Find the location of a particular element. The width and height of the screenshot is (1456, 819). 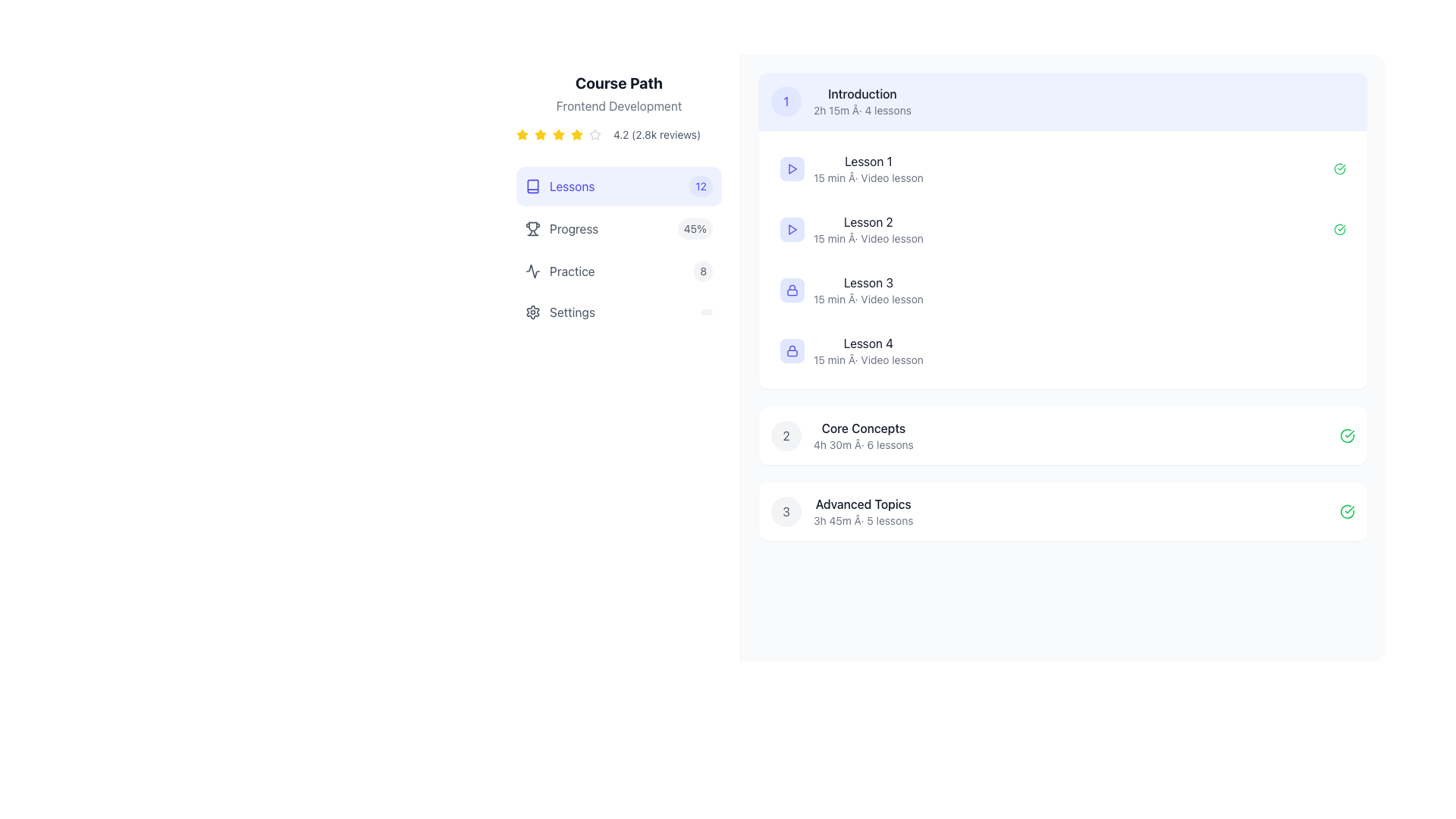

the 'Lesson 4' text label, which serves as the title of the fourth lesson in the course layout is located at coordinates (868, 343).